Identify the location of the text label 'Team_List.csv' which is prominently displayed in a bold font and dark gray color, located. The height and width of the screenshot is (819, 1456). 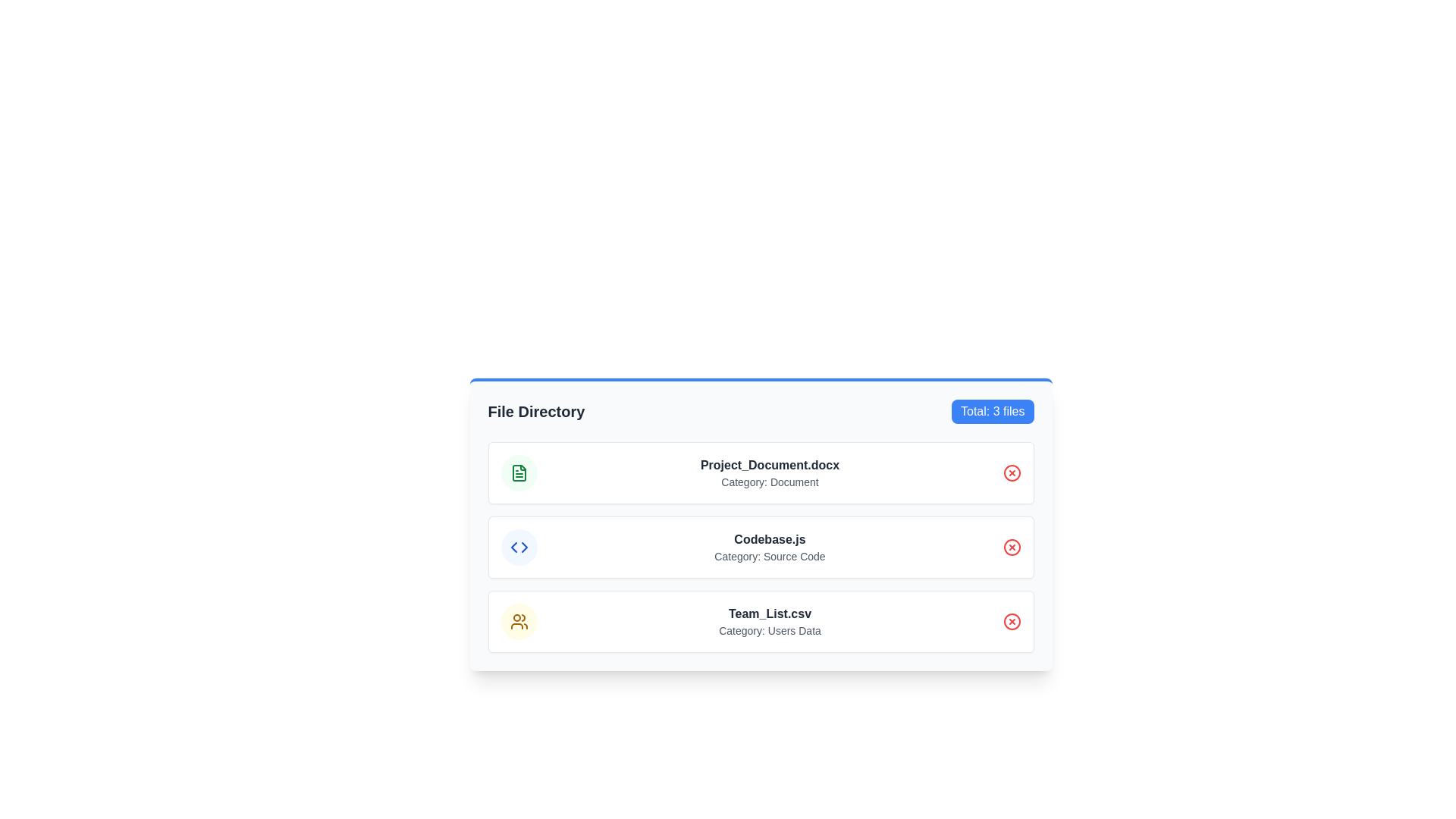
(770, 614).